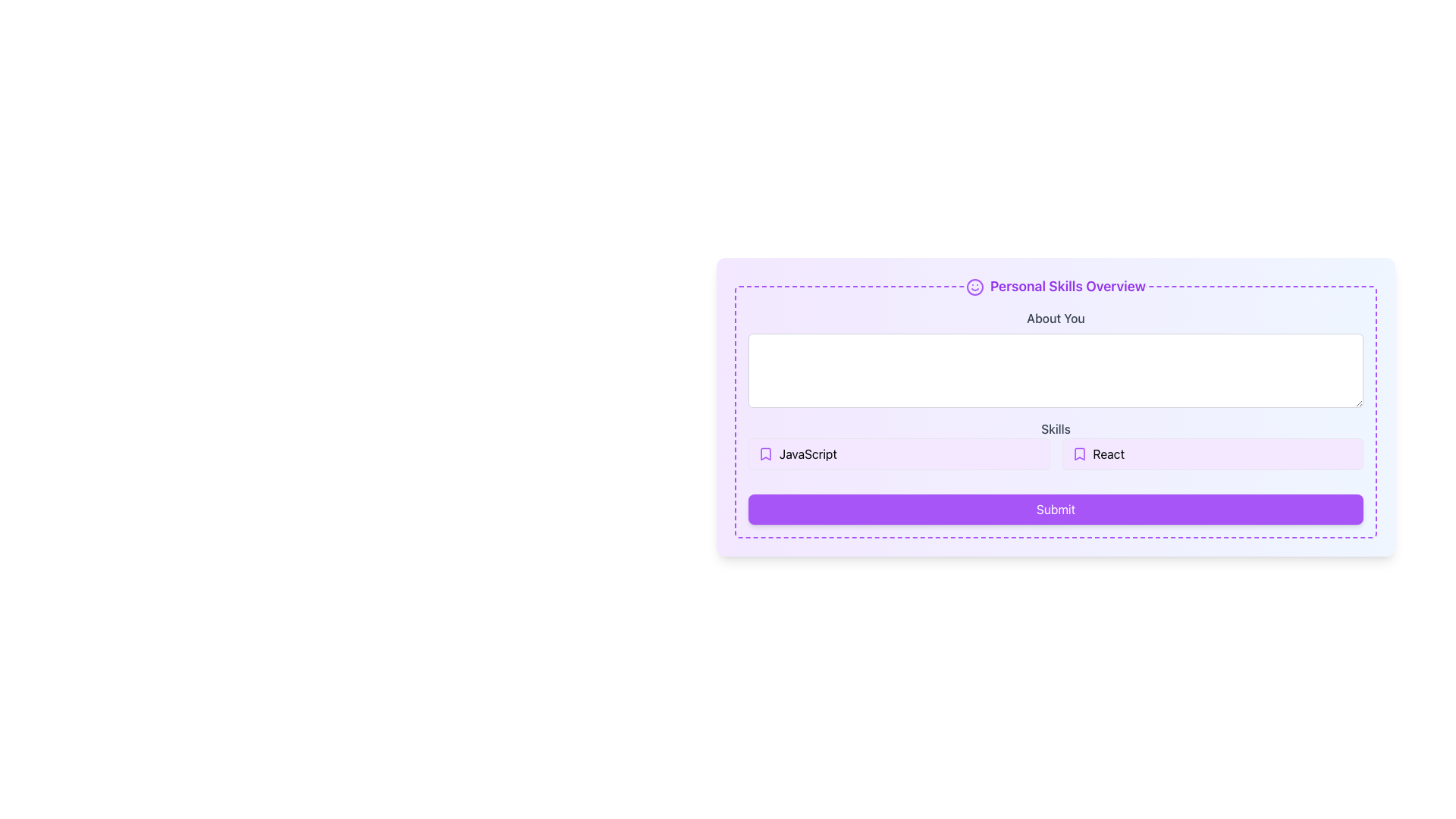 Image resolution: width=1456 pixels, height=819 pixels. Describe the element at coordinates (1078, 453) in the screenshot. I see `the purple bookmark icon located to the left of the 'React' text within the rounded rectangular button in the Skills section` at that location.